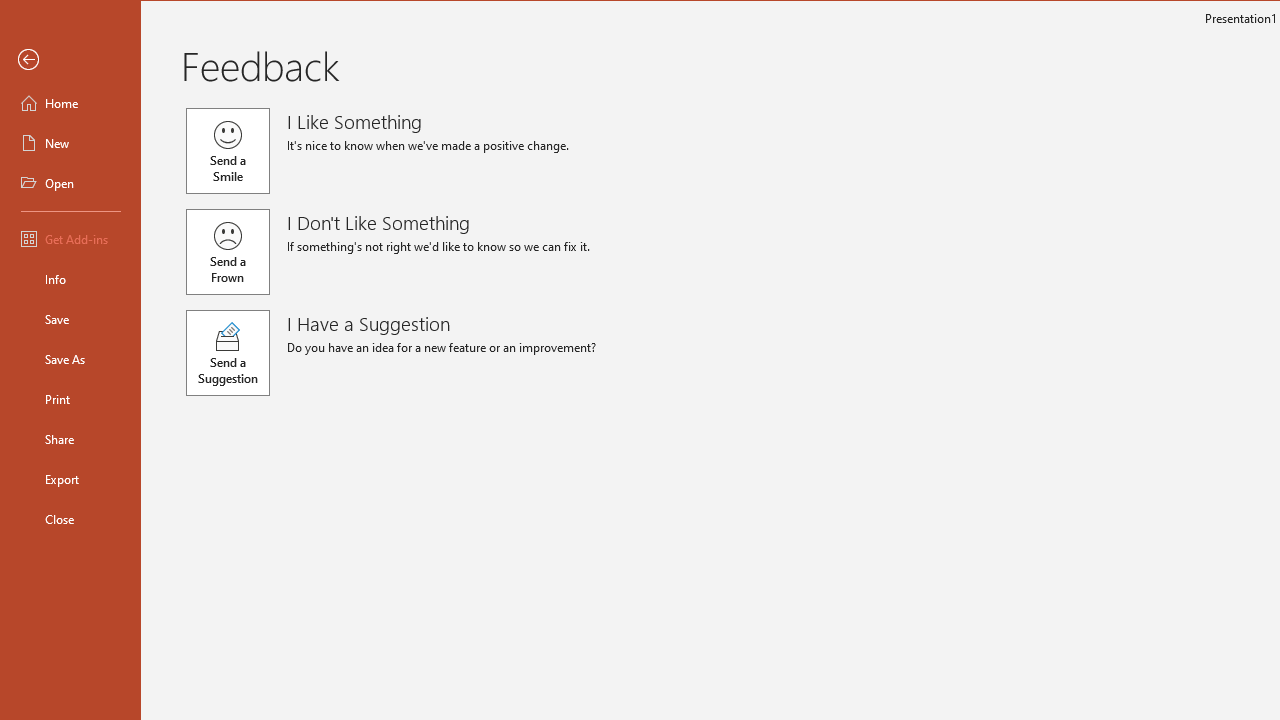  What do you see at coordinates (227, 352) in the screenshot?
I see `'Send a Suggestion'` at bounding box center [227, 352].